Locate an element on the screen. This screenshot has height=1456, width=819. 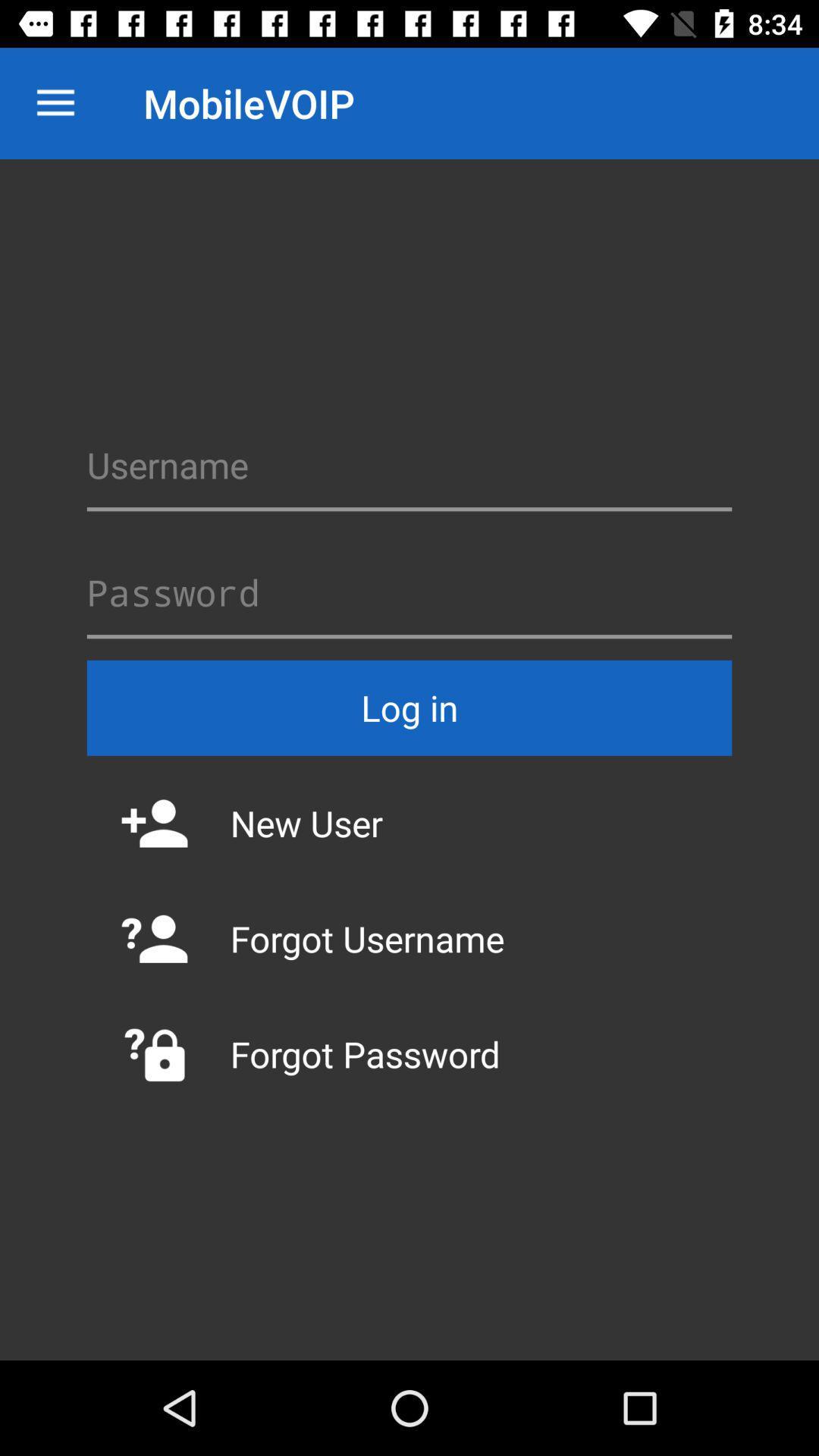
the new user icon is located at coordinates (409, 822).